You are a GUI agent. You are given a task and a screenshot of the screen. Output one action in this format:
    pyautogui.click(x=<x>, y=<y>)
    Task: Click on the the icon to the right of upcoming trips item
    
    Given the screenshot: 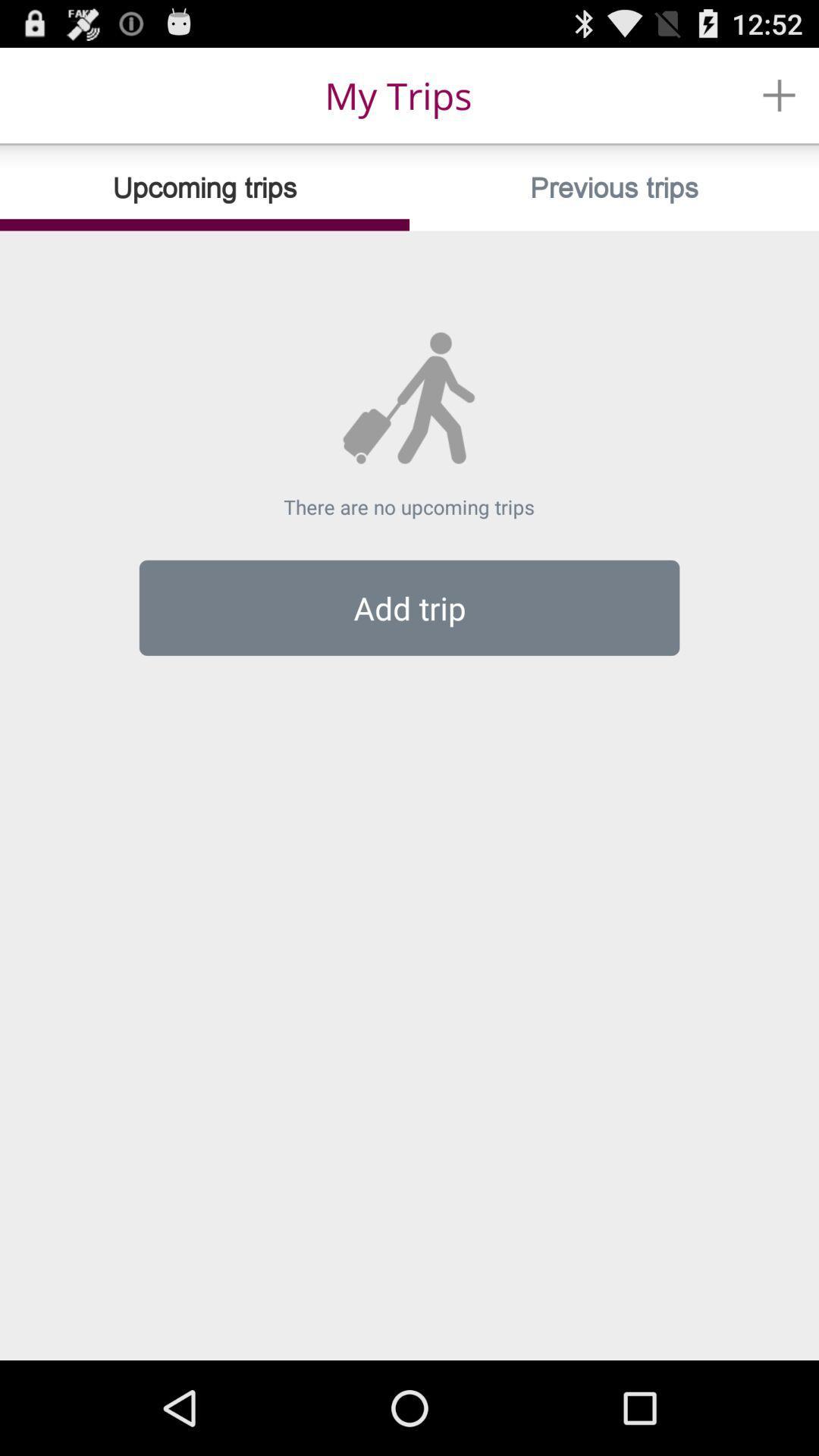 What is the action you would take?
    pyautogui.click(x=614, y=187)
    